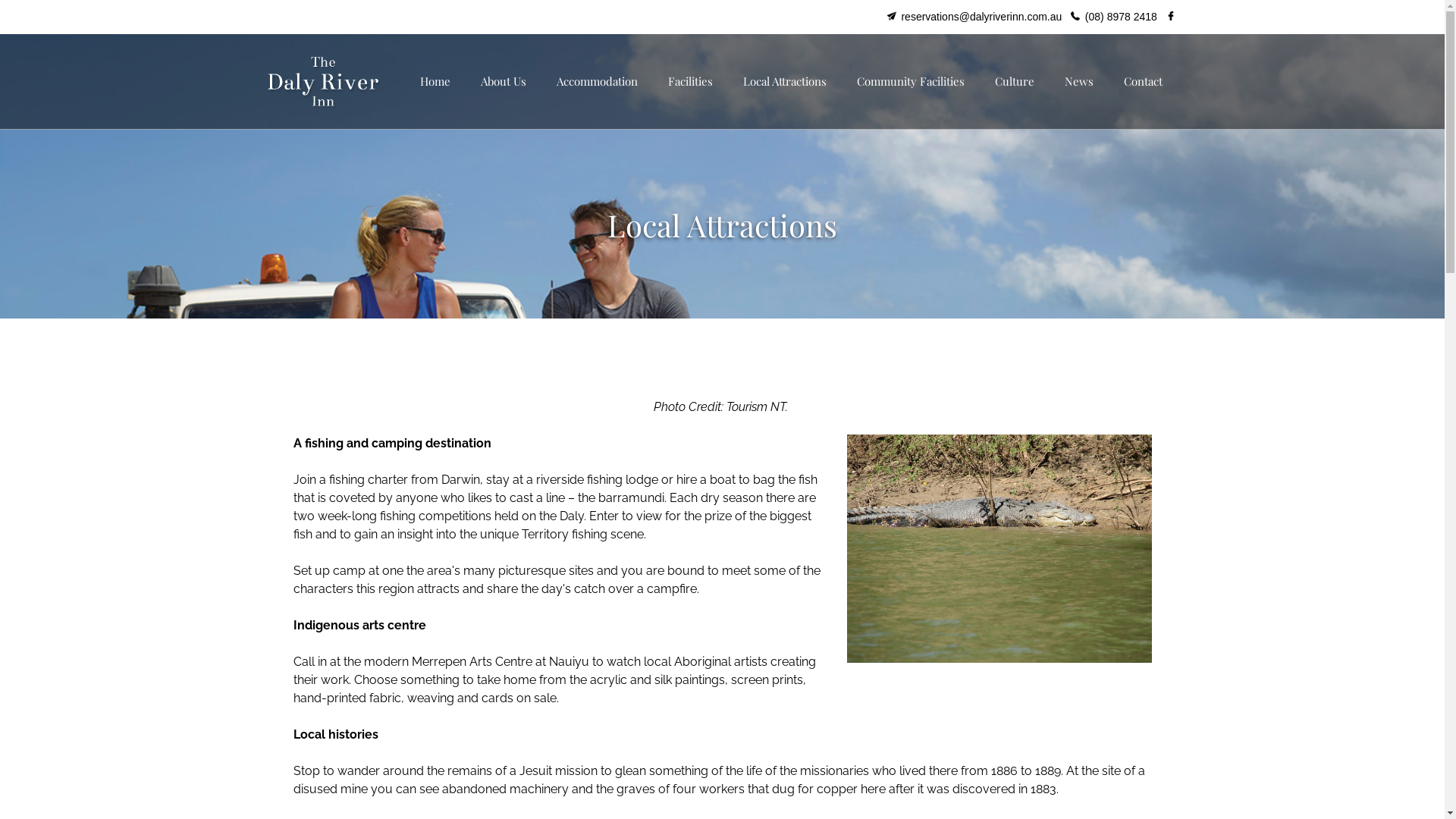  What do you see at coordinates (404, 81) in the screenshot?
I see `'Home'` at bounding box center [404, 81].